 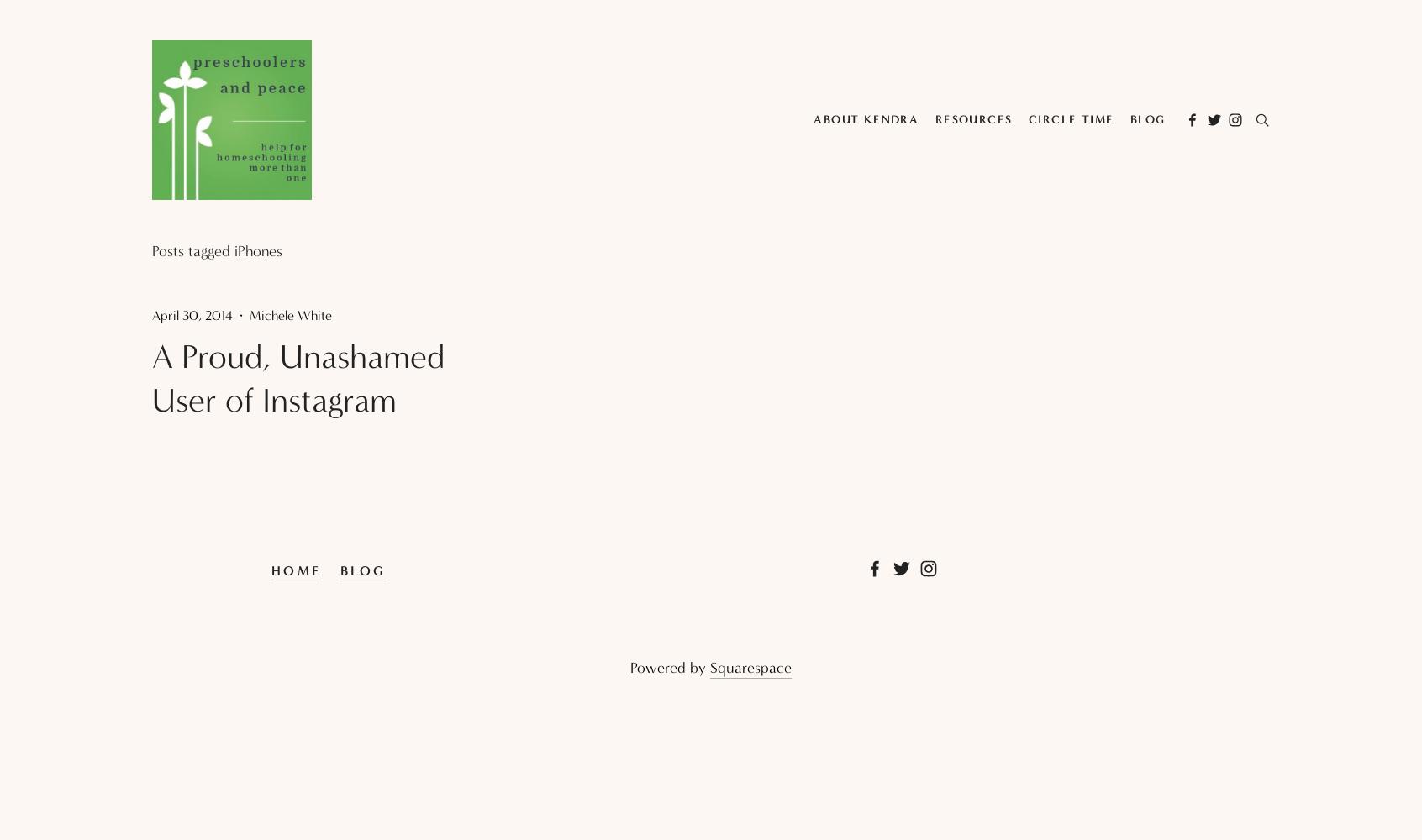 I want to click on 'Powered by', so click(x=670, y=668).